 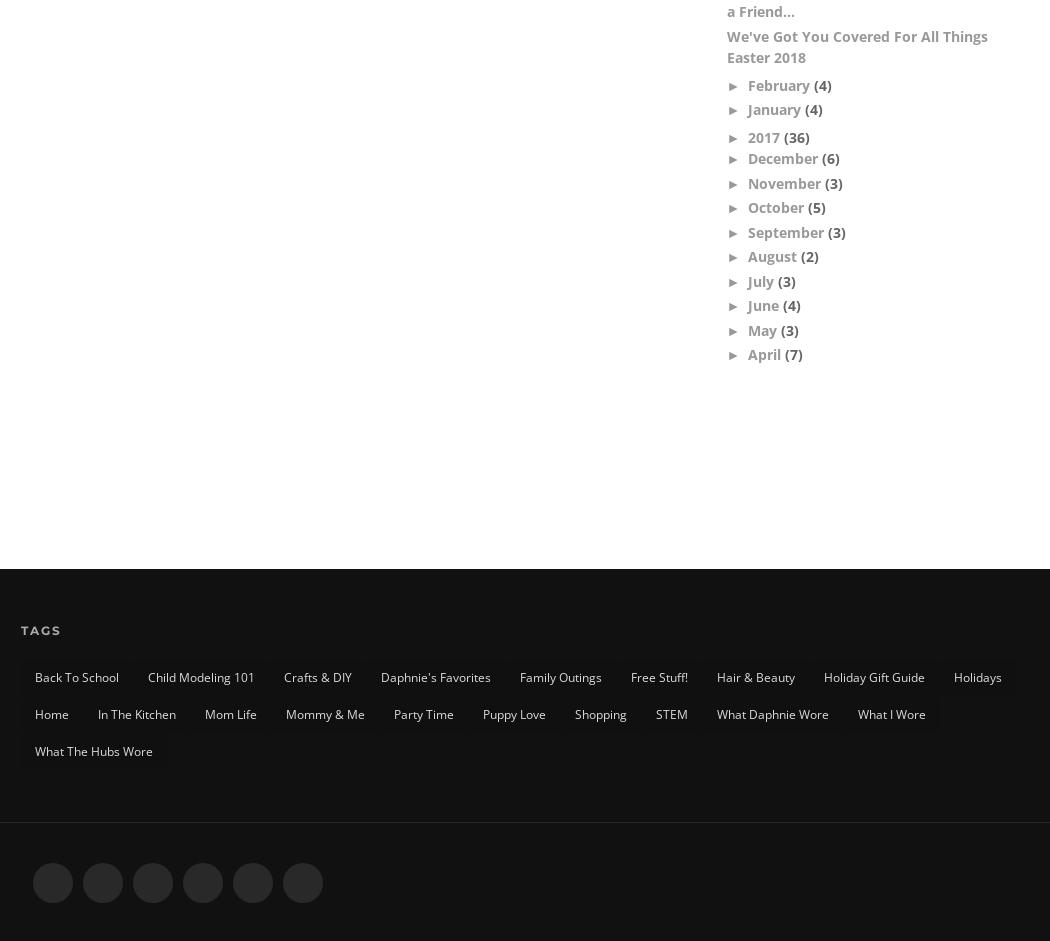 What do you see at coordinates (764, 328) in the screenshot?
I see `'May'` at bounding box center [764, 328].